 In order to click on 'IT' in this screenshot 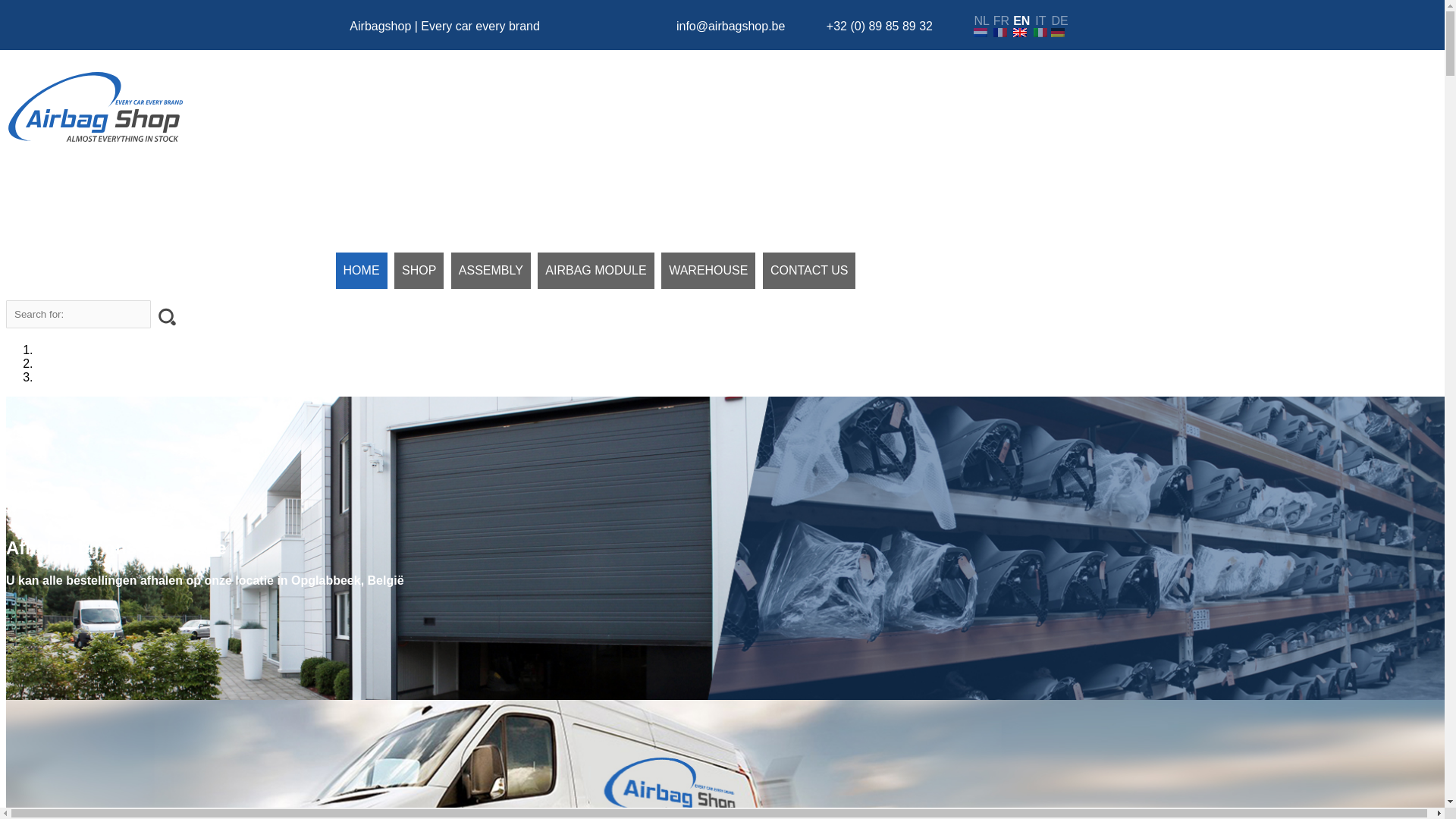, I will do `click(1033, 26)`.